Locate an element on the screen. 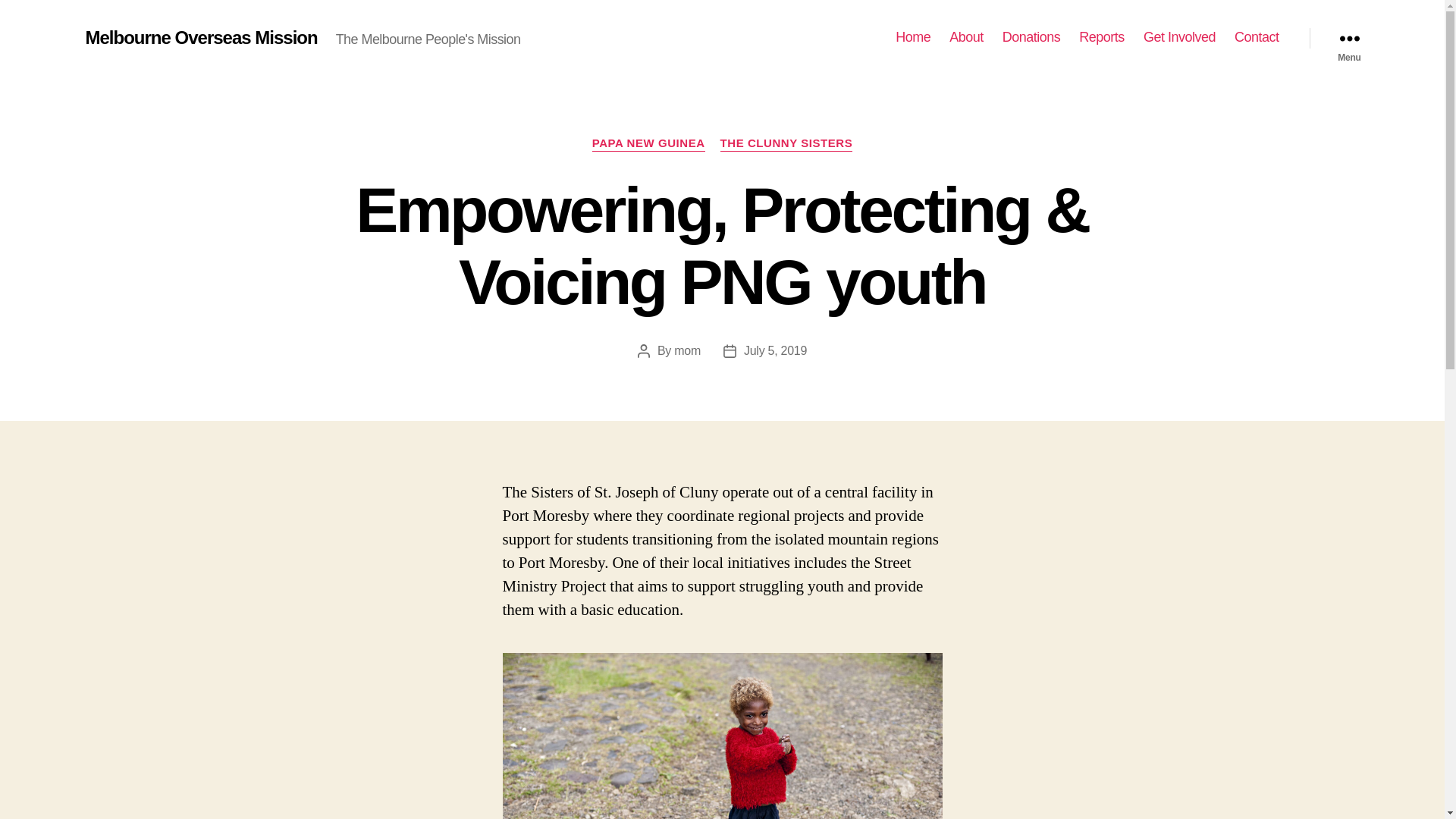  'Menu' is located at coordinates (1349, 37).